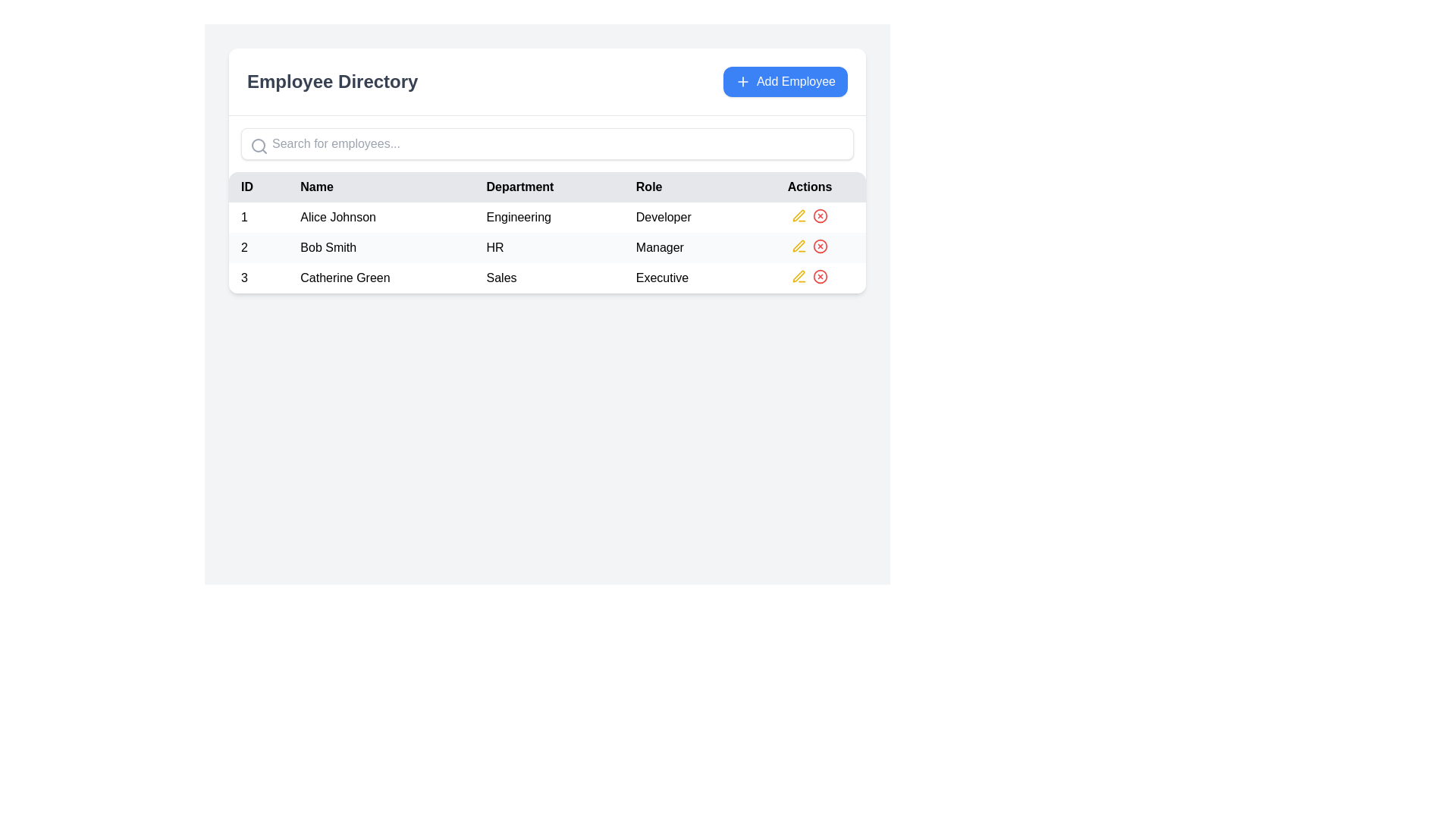 The width and height of the screenshot is (1456, 819). Describe the element at coordinates (819, 216) in the screenshot. I see `the deletion button located in the 'Actions' column of the table, specifically in the first row next to the 'Edit' icon` at that location.